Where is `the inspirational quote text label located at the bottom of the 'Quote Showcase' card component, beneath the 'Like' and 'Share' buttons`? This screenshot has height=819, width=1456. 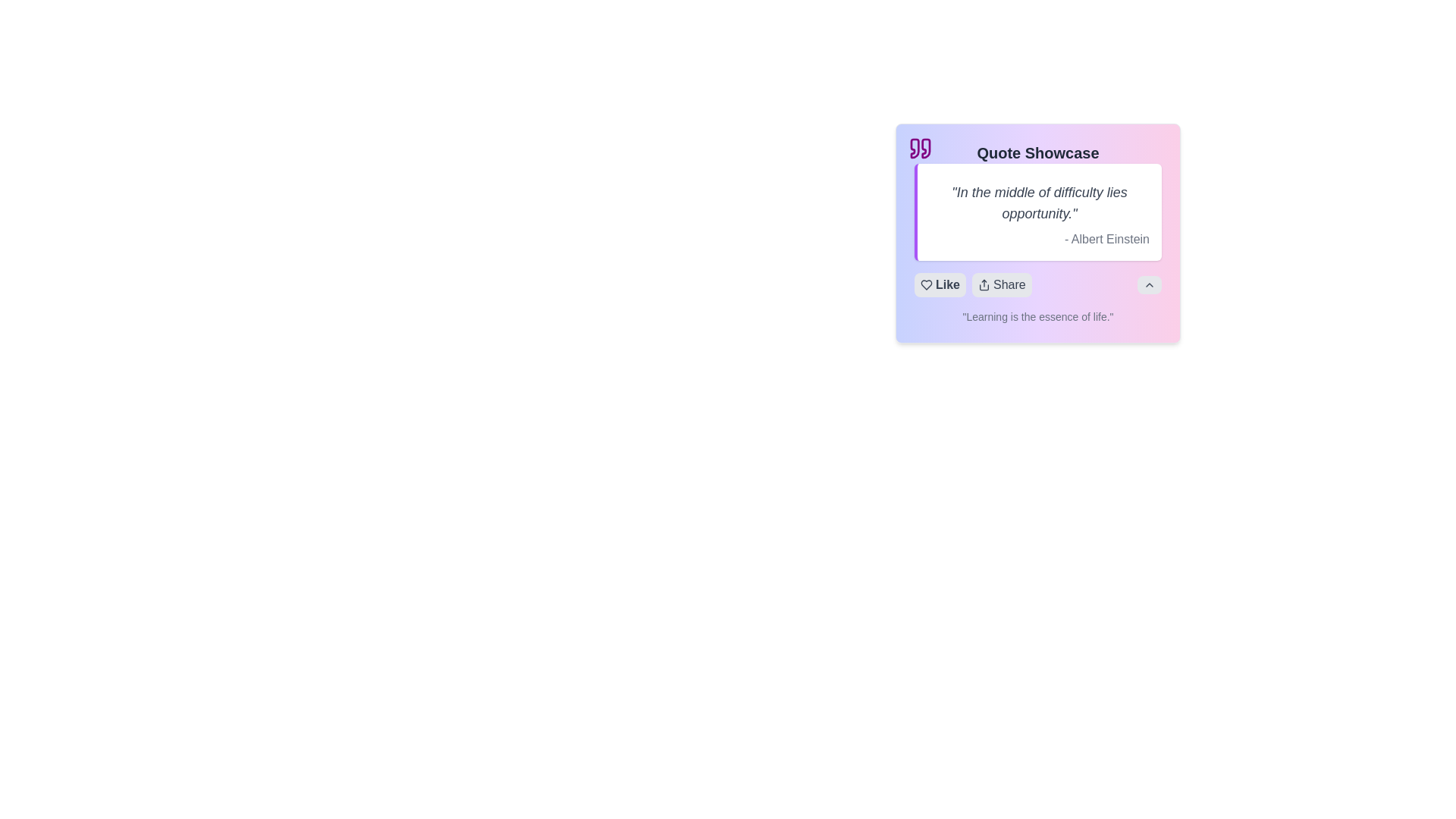
the inspirational quote text label located at the bottom of the 'Quote Showcase' card component, beneath the 'Like' and 'Share' buttons is located at coordinates (1037, 315).